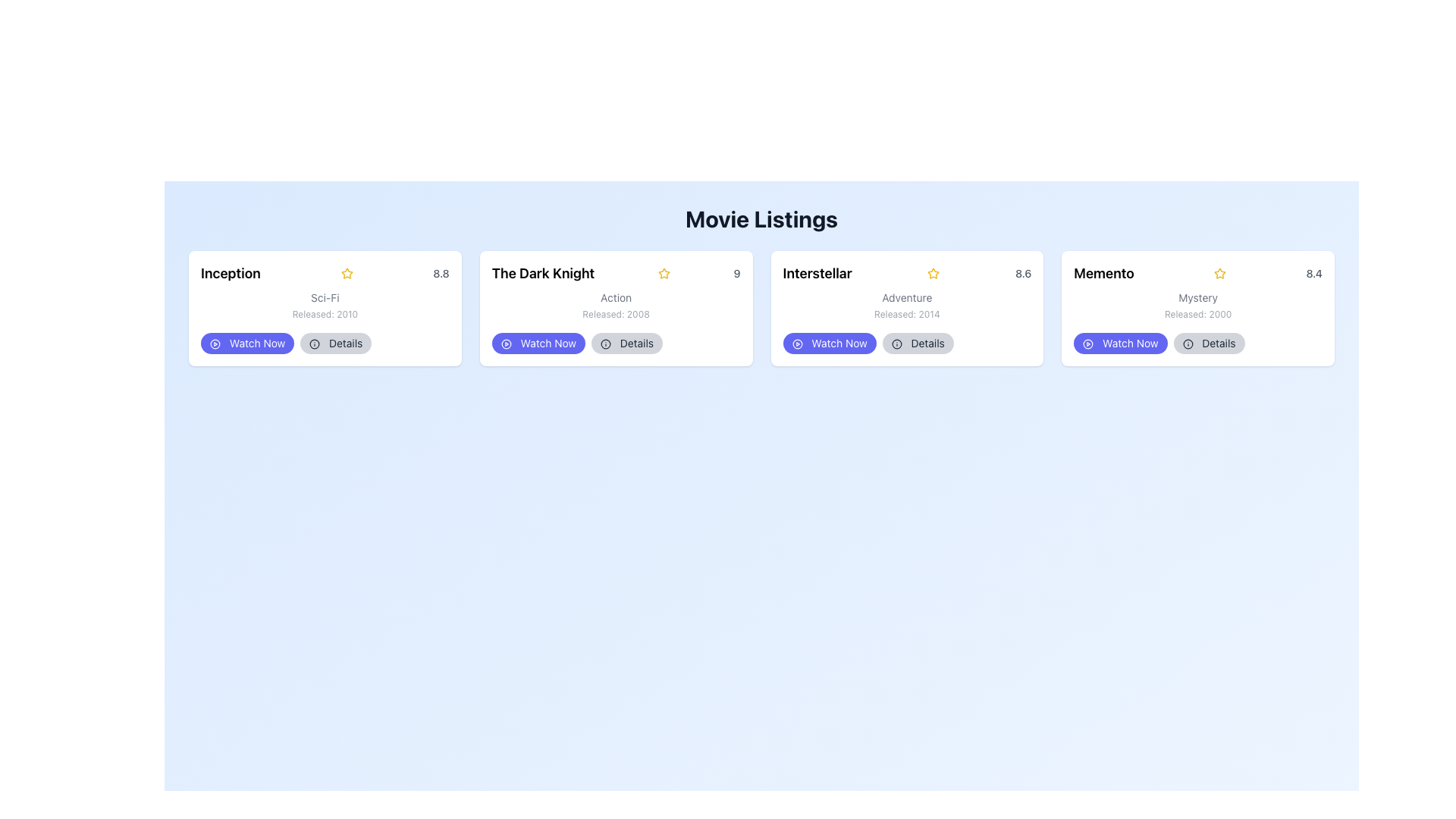 This screenshot has height=819, width=1456. I want to click on the 'Details' button with a light gray background and information icon, located to the right of the 'Watch Now' button in the 'Interstellar' movie listing, so click(917, 343).